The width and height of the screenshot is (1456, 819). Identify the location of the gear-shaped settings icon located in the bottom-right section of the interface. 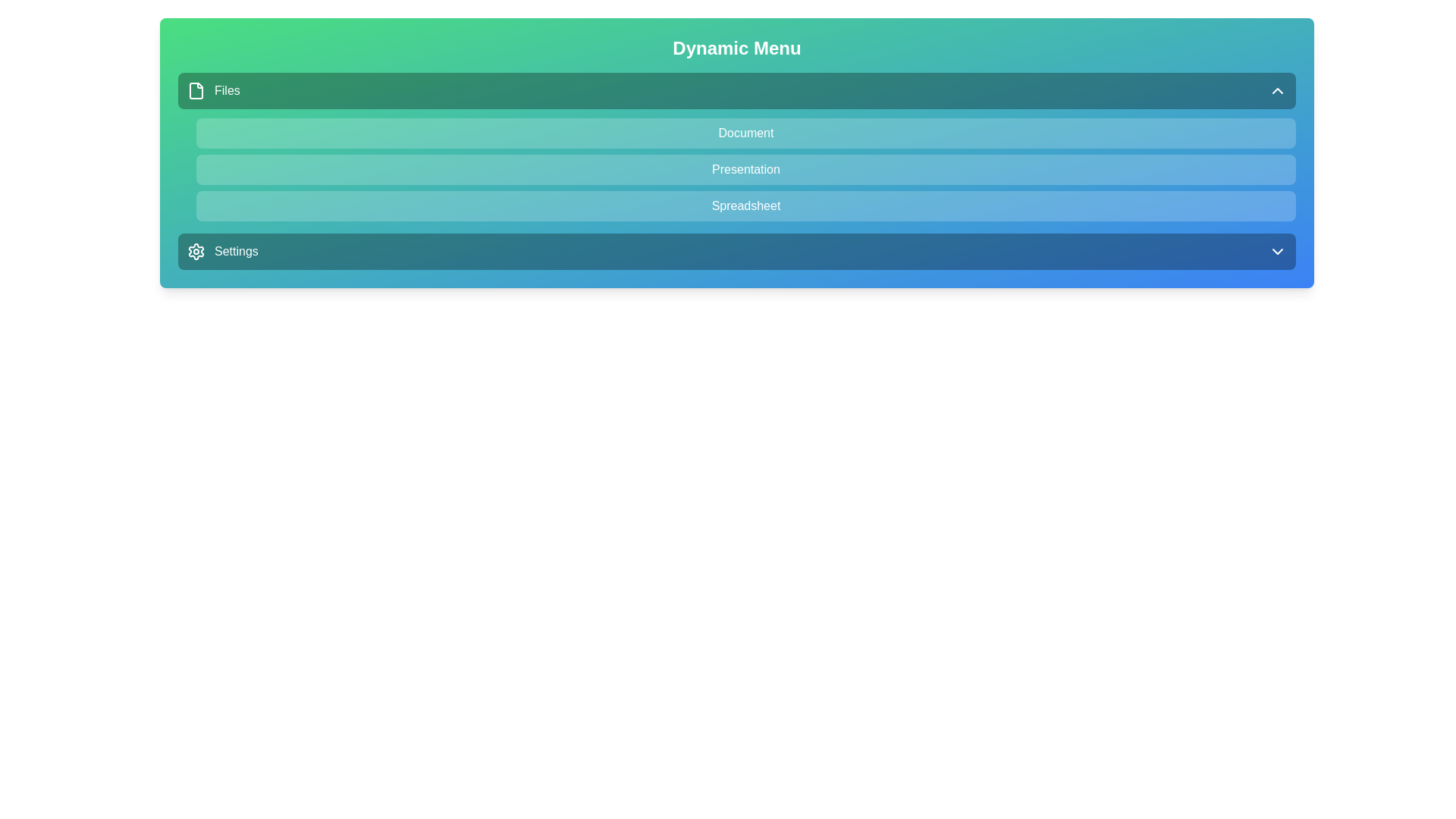
(196, 250).